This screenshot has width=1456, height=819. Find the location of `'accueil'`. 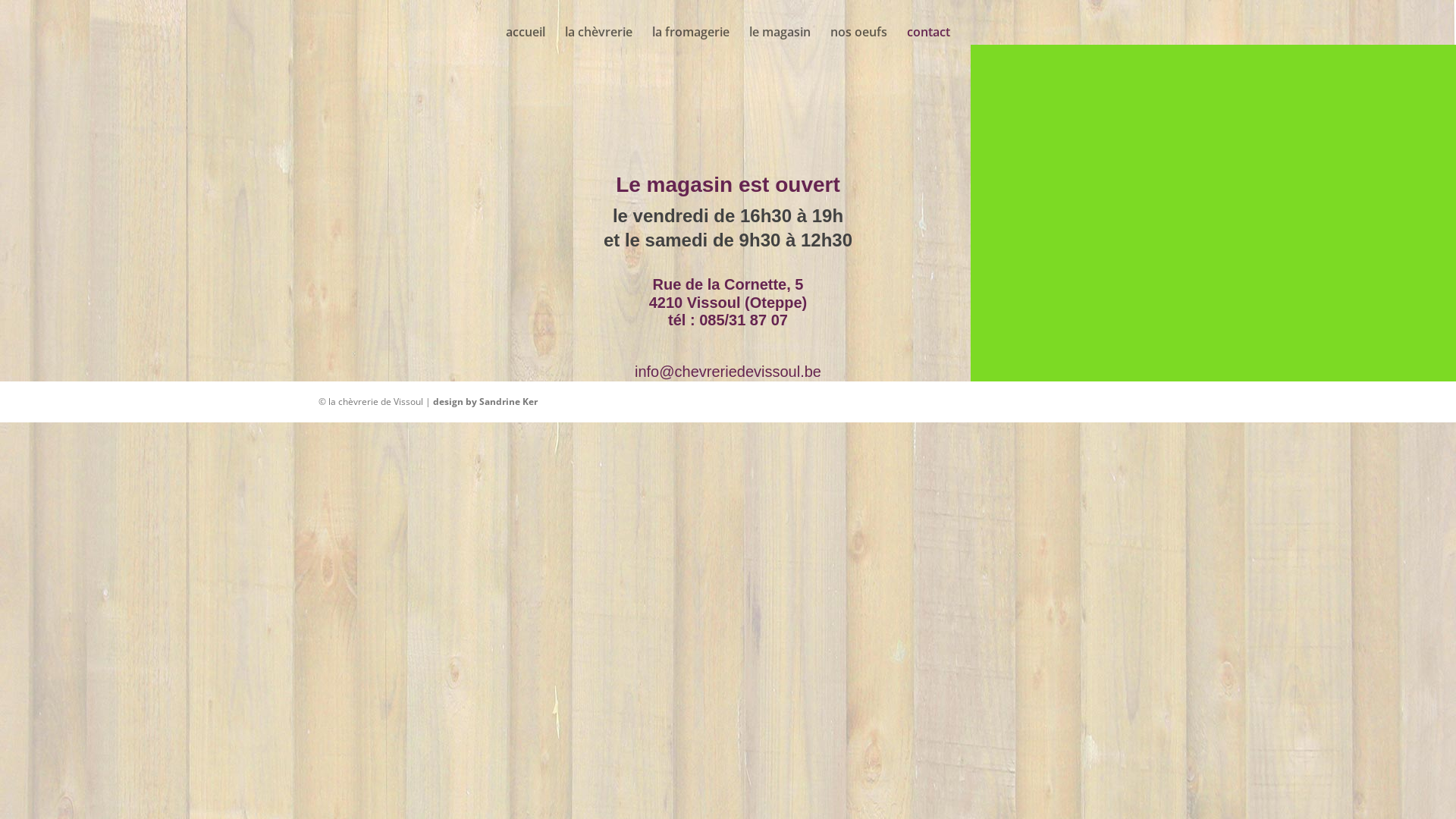

'accueil' is located at coordinates (506, 35).